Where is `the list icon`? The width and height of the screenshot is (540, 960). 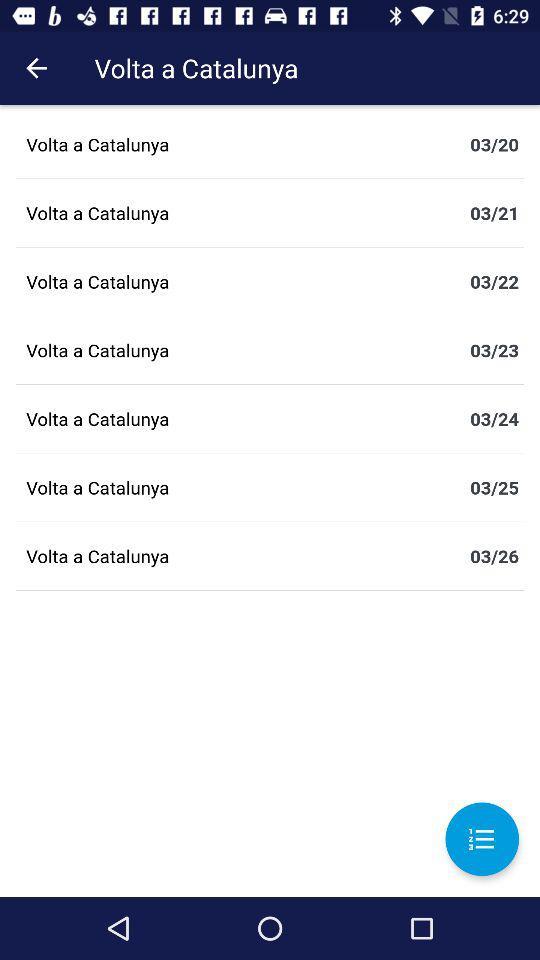 the list icon is located at coordinates (481, 839).